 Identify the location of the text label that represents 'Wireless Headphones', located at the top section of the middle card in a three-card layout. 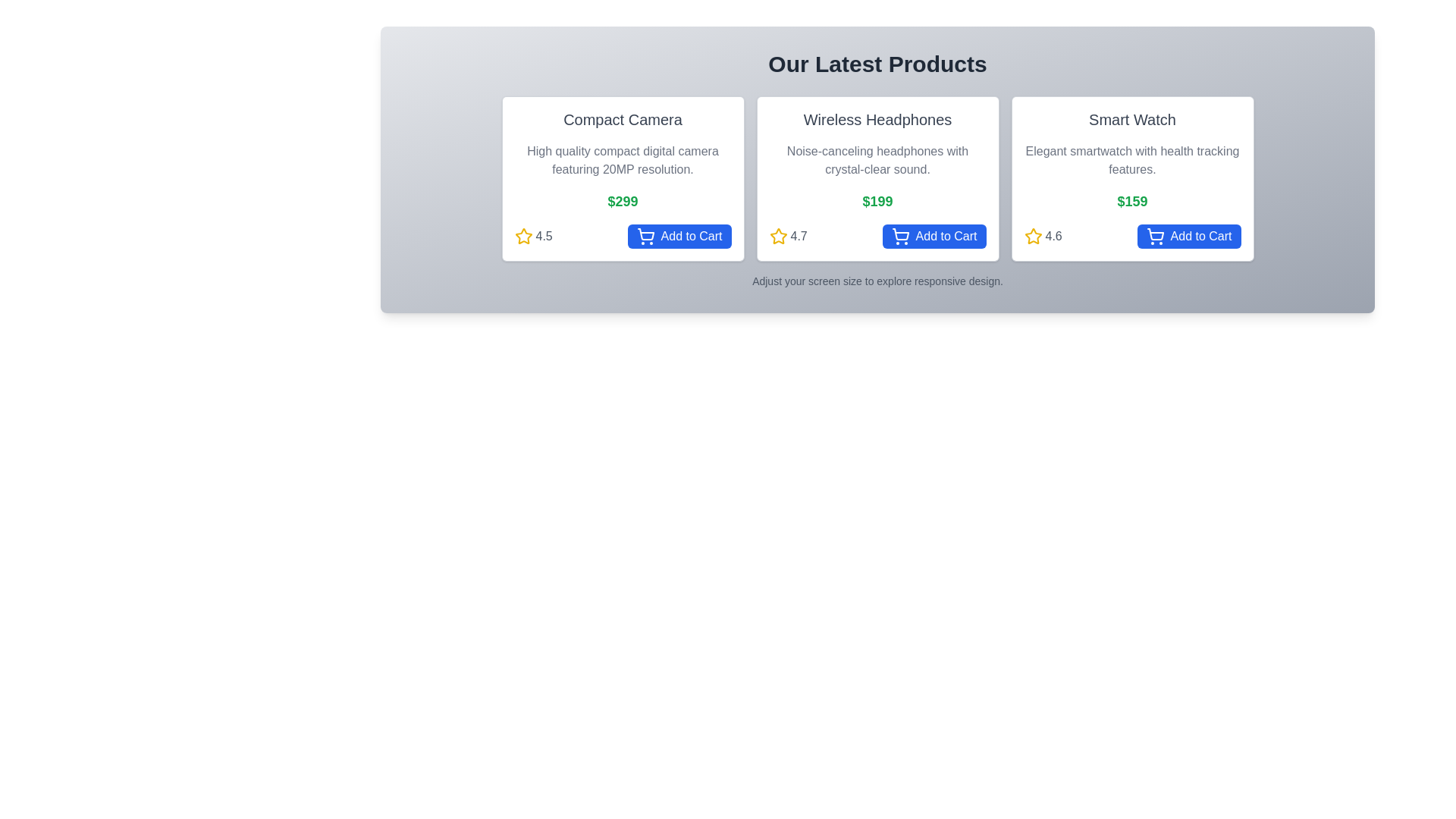
(877, 119).